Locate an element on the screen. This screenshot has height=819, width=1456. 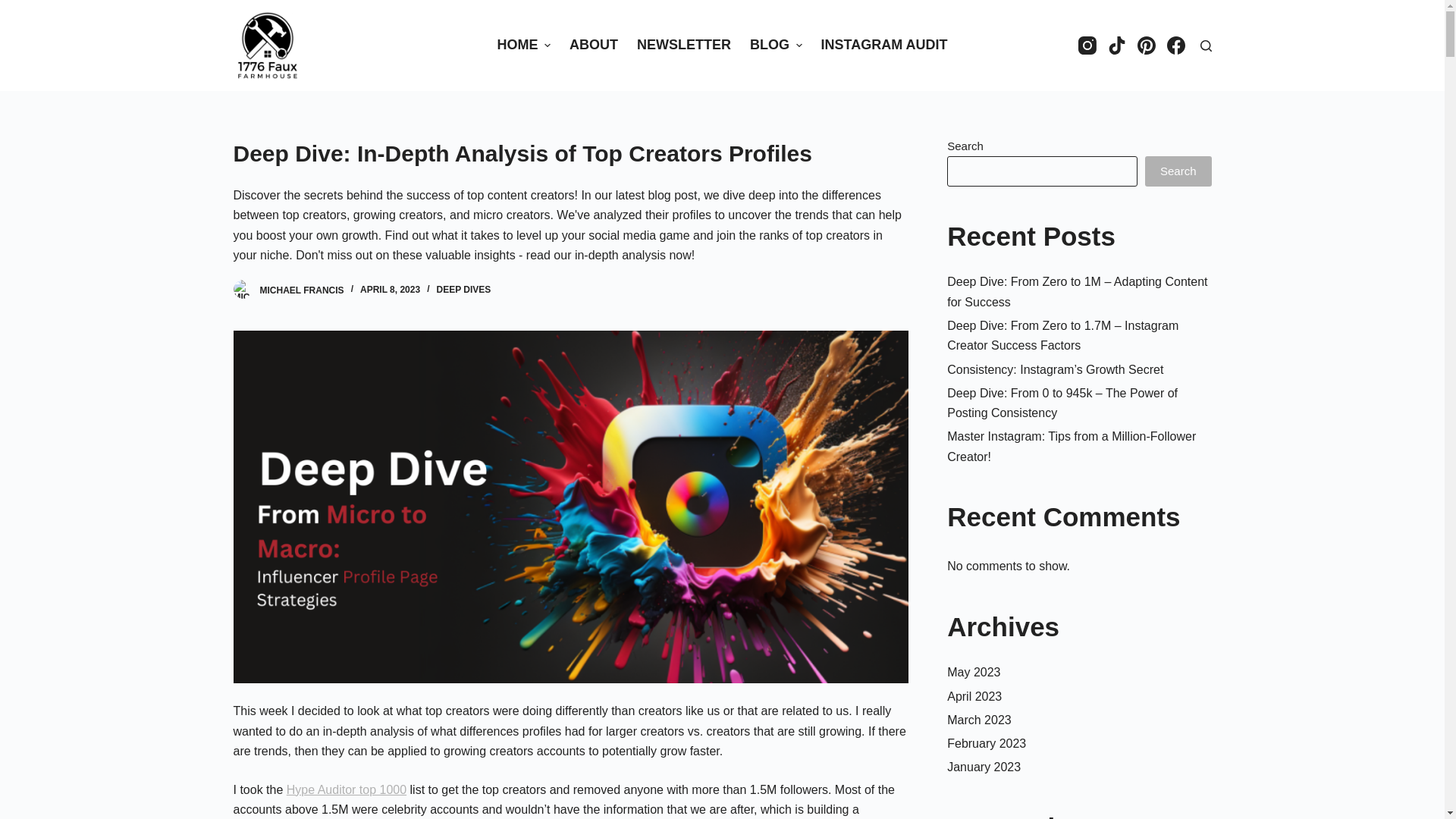
'HOME' is located at coordinates (488, 45).